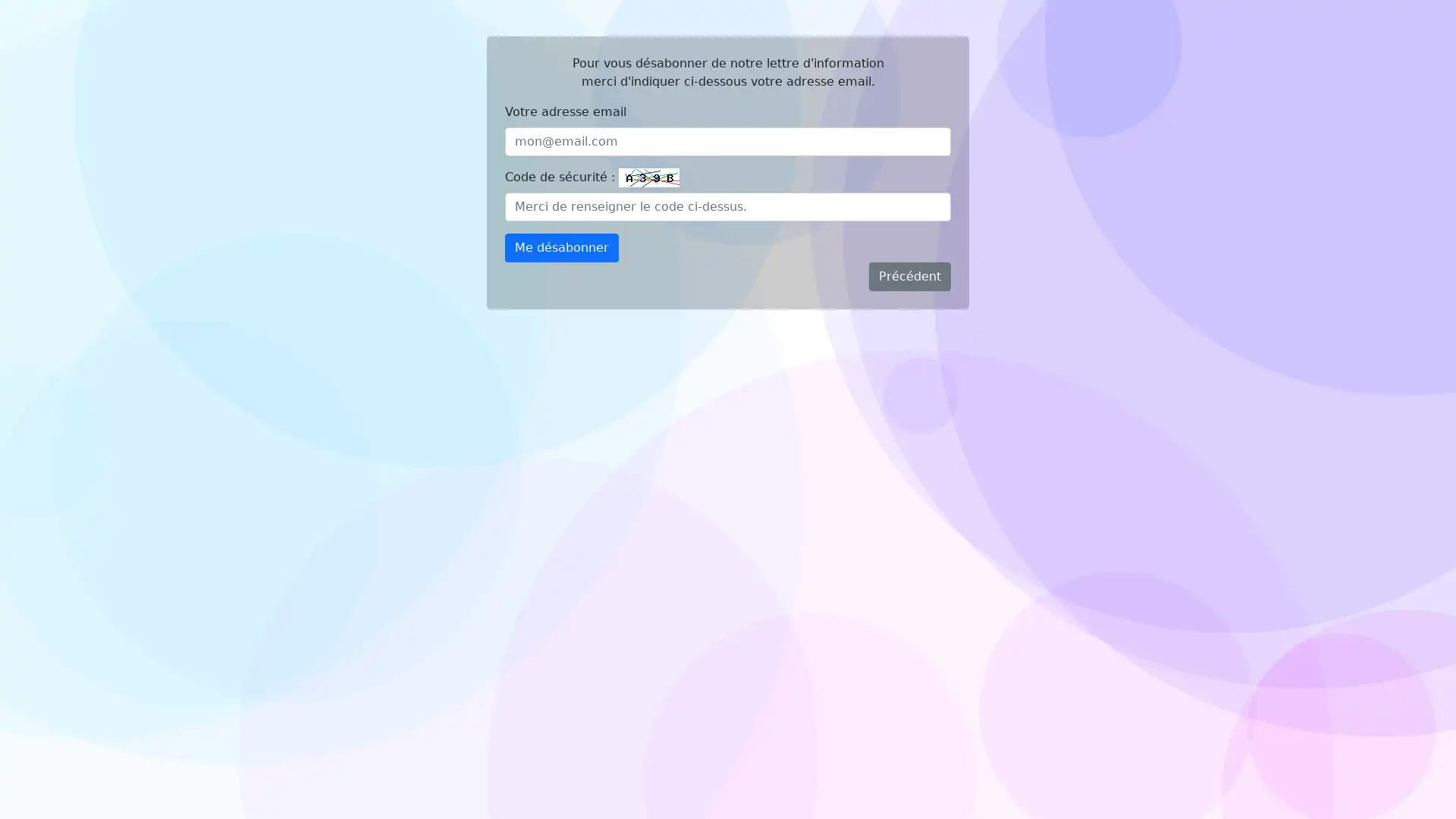  What do you see at coordinates (560, 247) in the screenshot?
I see `Me desabonner` at bounding box center [560, 247].